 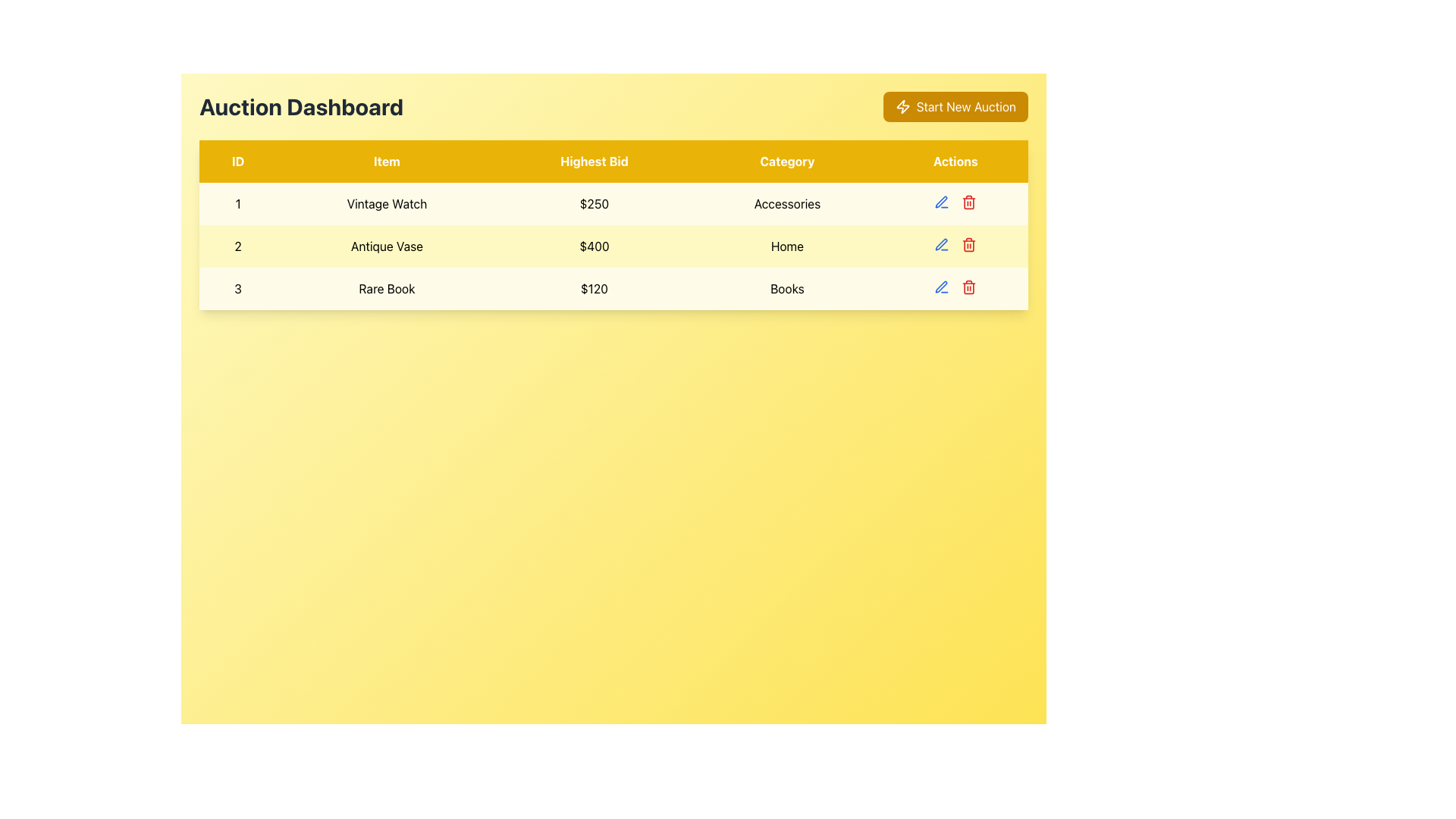 What do you see at coordinates (237, 289) in the screenshot?
I see `the static text element that displays the identifier for the 'Rare Book' entry in the first column of the third row under the 'ID' column header` at bounding box center [237, 289].